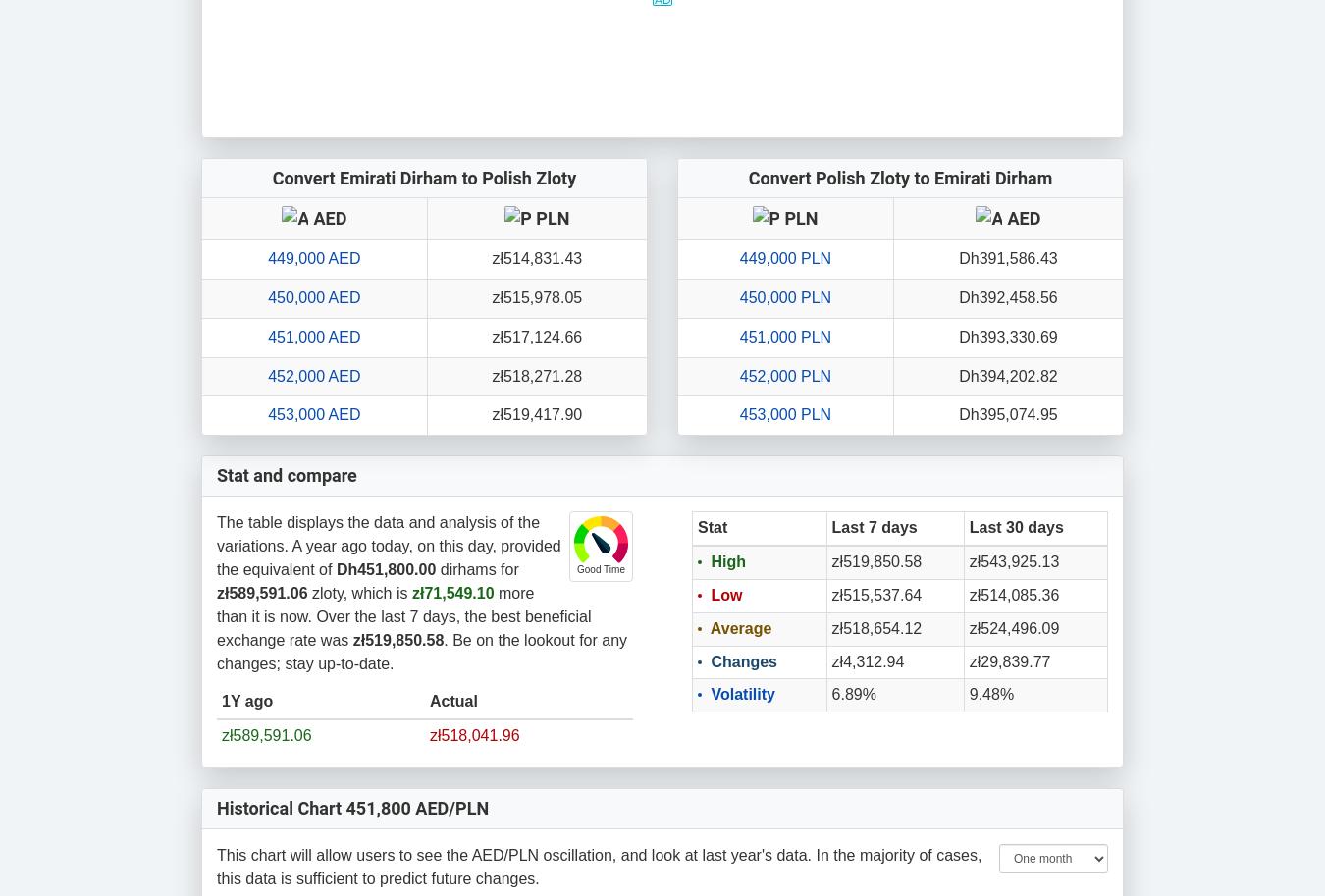  Describe the element at coordinates (451, 593) in the screenshot. I see `'zł71,549.10'` at that location.